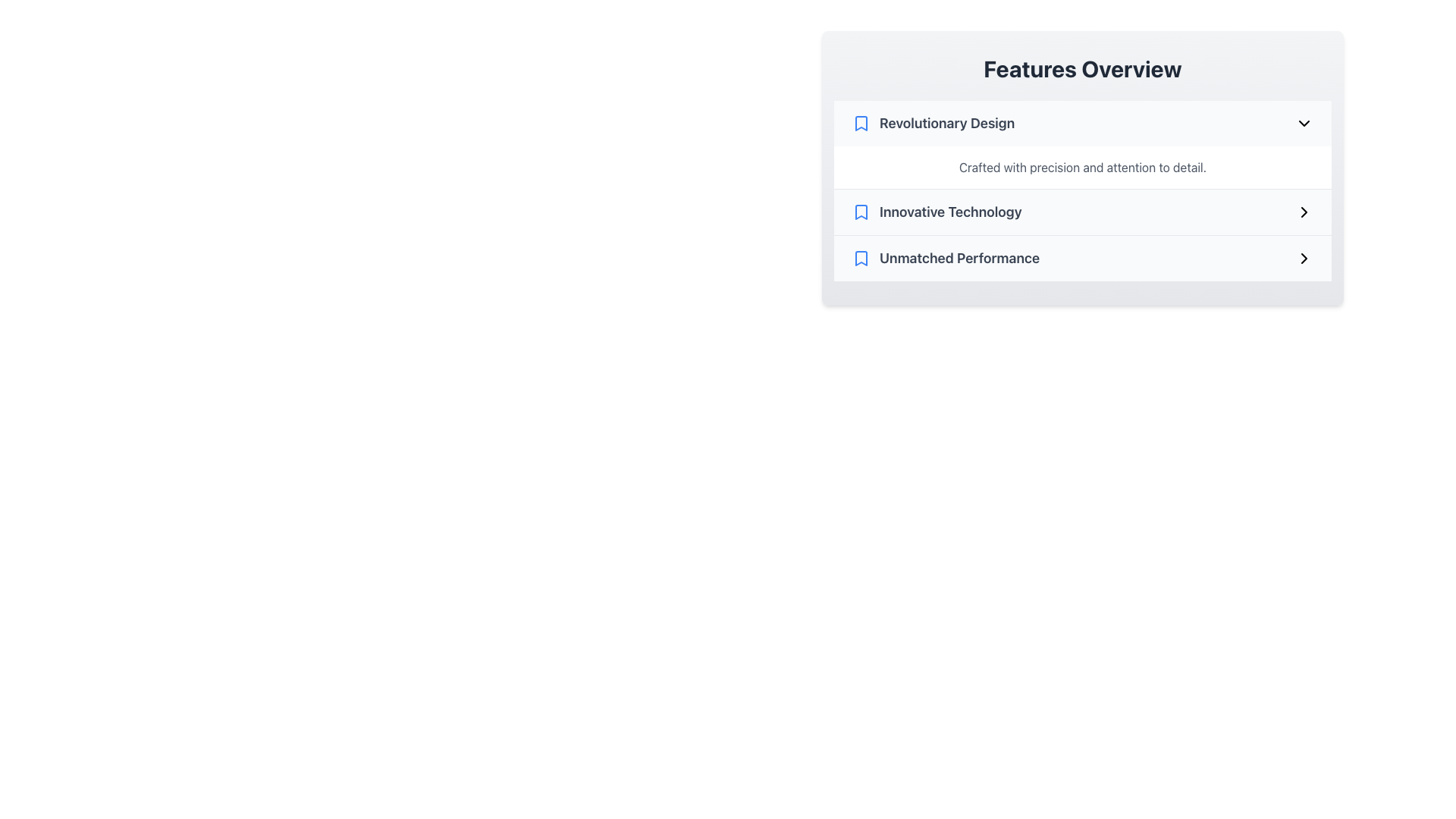 The height and width of the screenshot is (819, 1456). Describe the element at coordinates (1303, 257) in the screenshot. I see `the chevron icon located to the far right of the 'Unmatched Performance' text in the Feature Overview interface` at that location.